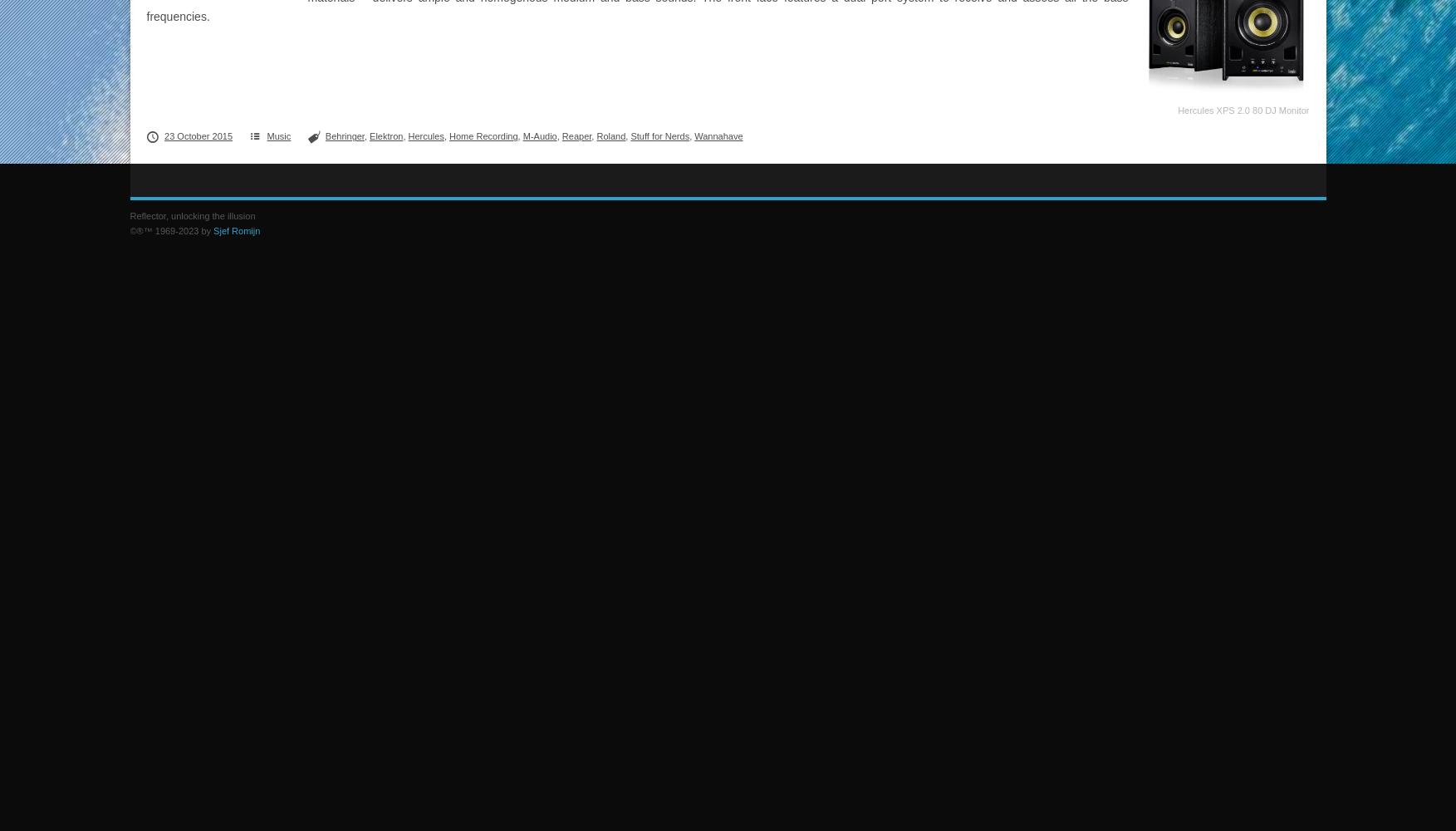  Describe the element at coordinates (482, 136) in the screenshot. I see `'Home Recording'` at that location.